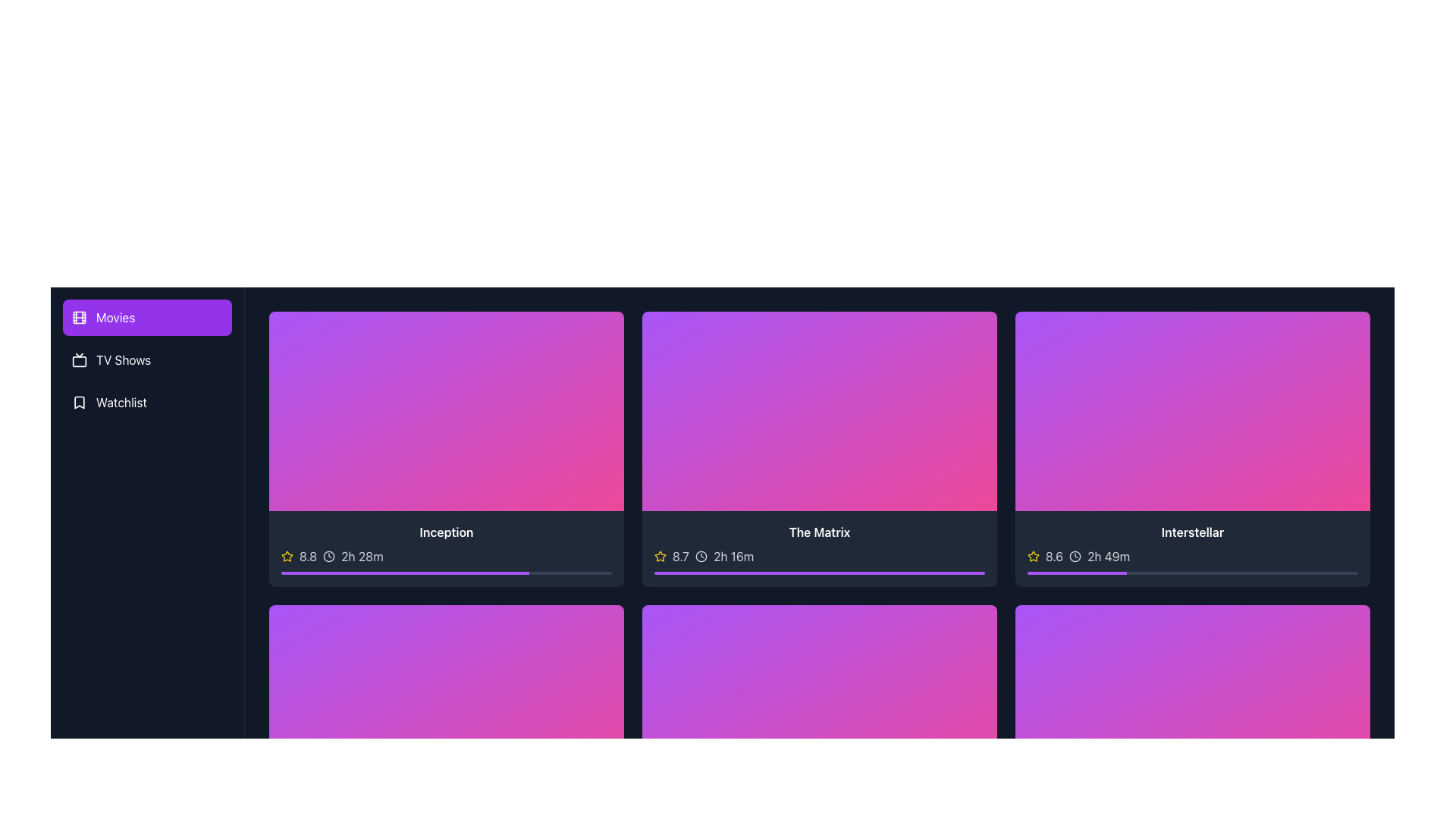  Describe the element at coordinates (147, 359) in the screenshot. I see `the Navigation Button that directs to the 'TV Shows' section, located between the 'Movies' and 'Watchlist' buttons in the left panel` at that location.